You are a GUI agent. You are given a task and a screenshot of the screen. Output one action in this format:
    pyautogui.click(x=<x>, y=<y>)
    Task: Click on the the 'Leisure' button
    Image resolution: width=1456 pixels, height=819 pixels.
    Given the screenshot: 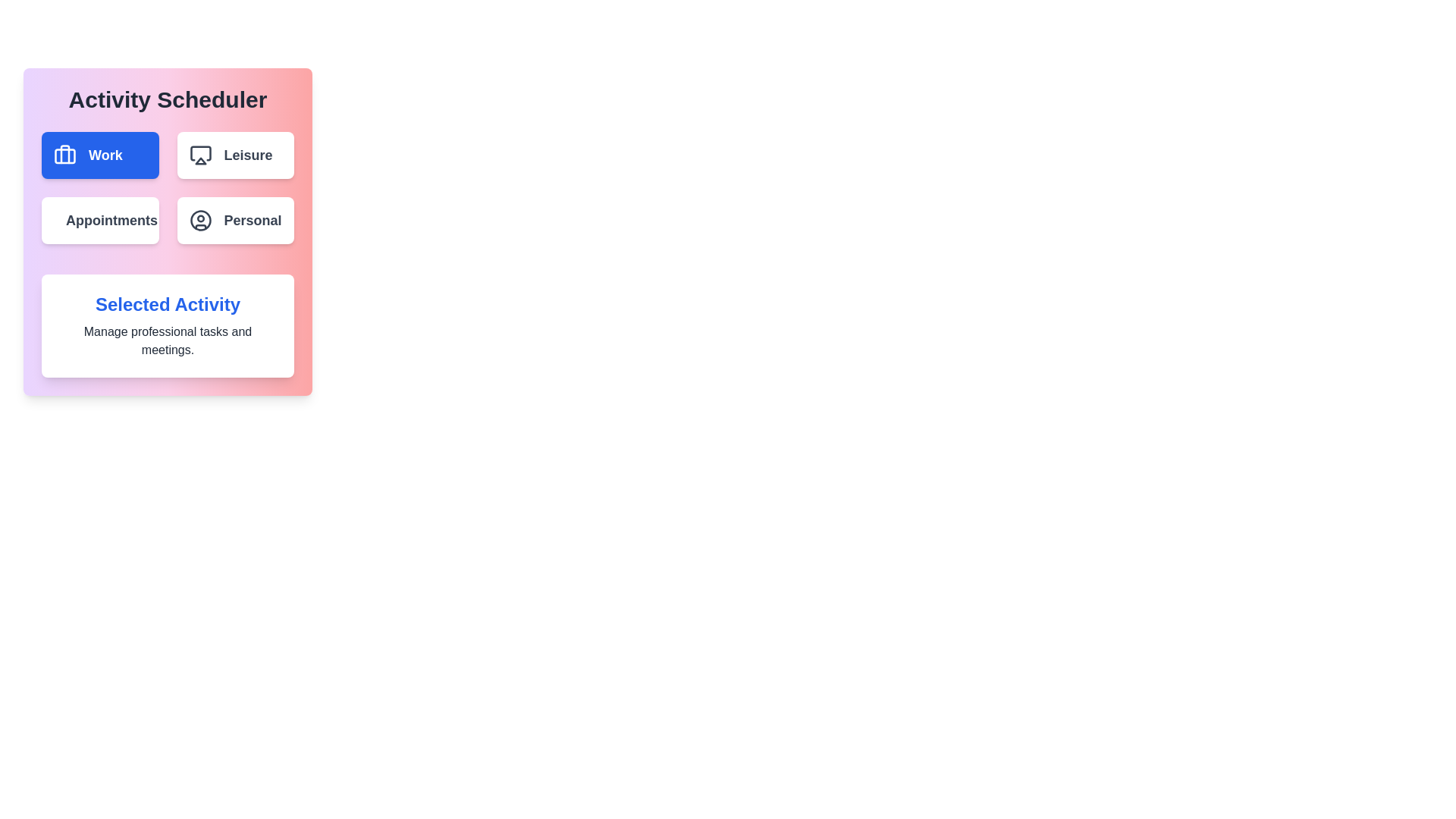 What is the action you would take?
    pyautogui.click(x=248, y=155)
    